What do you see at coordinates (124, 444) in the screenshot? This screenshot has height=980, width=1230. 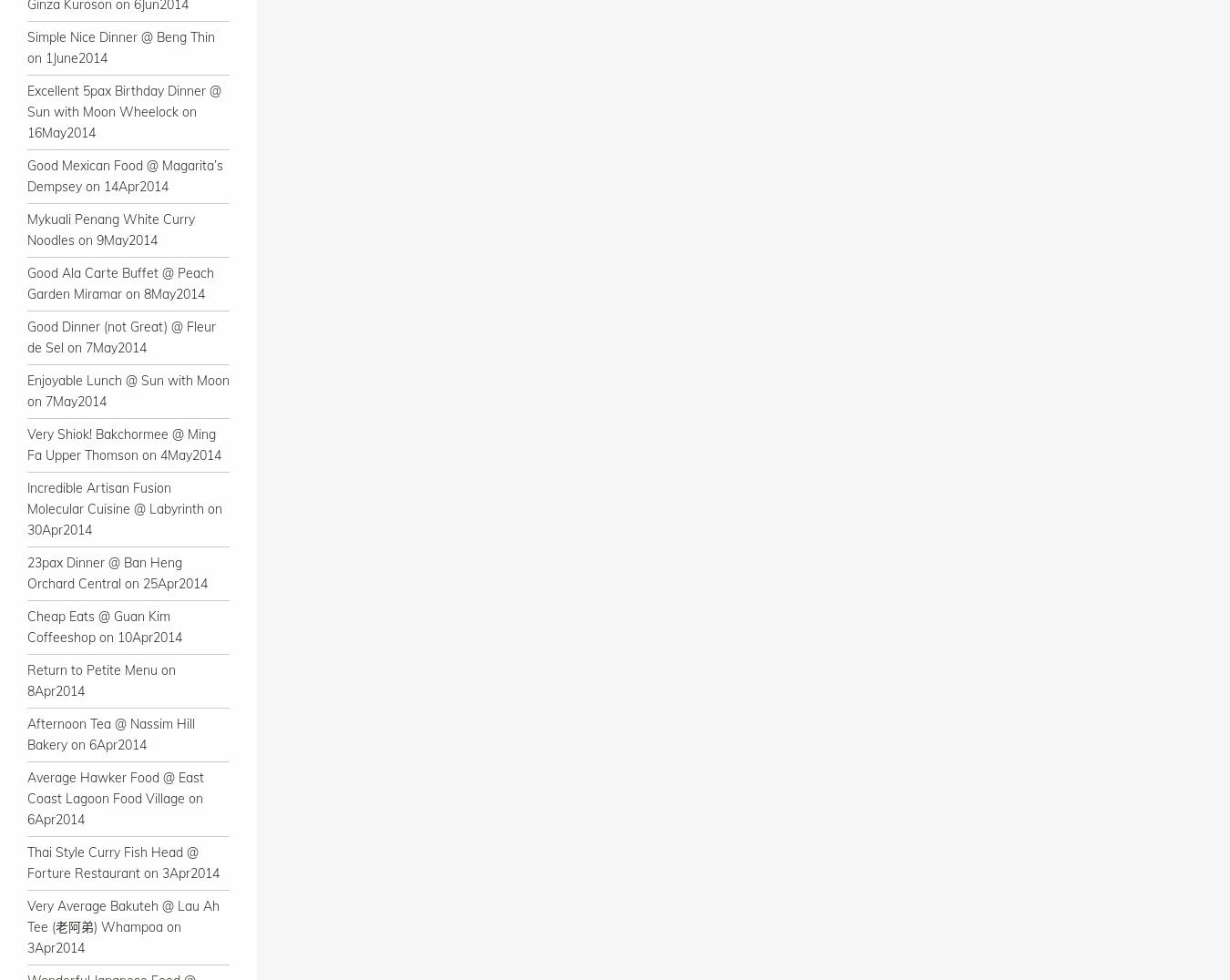 I see `'Very Shiok! Bakchormee @ Ming Fa Upper Thomson on 4May2014'` at bounding box center [124, 444].